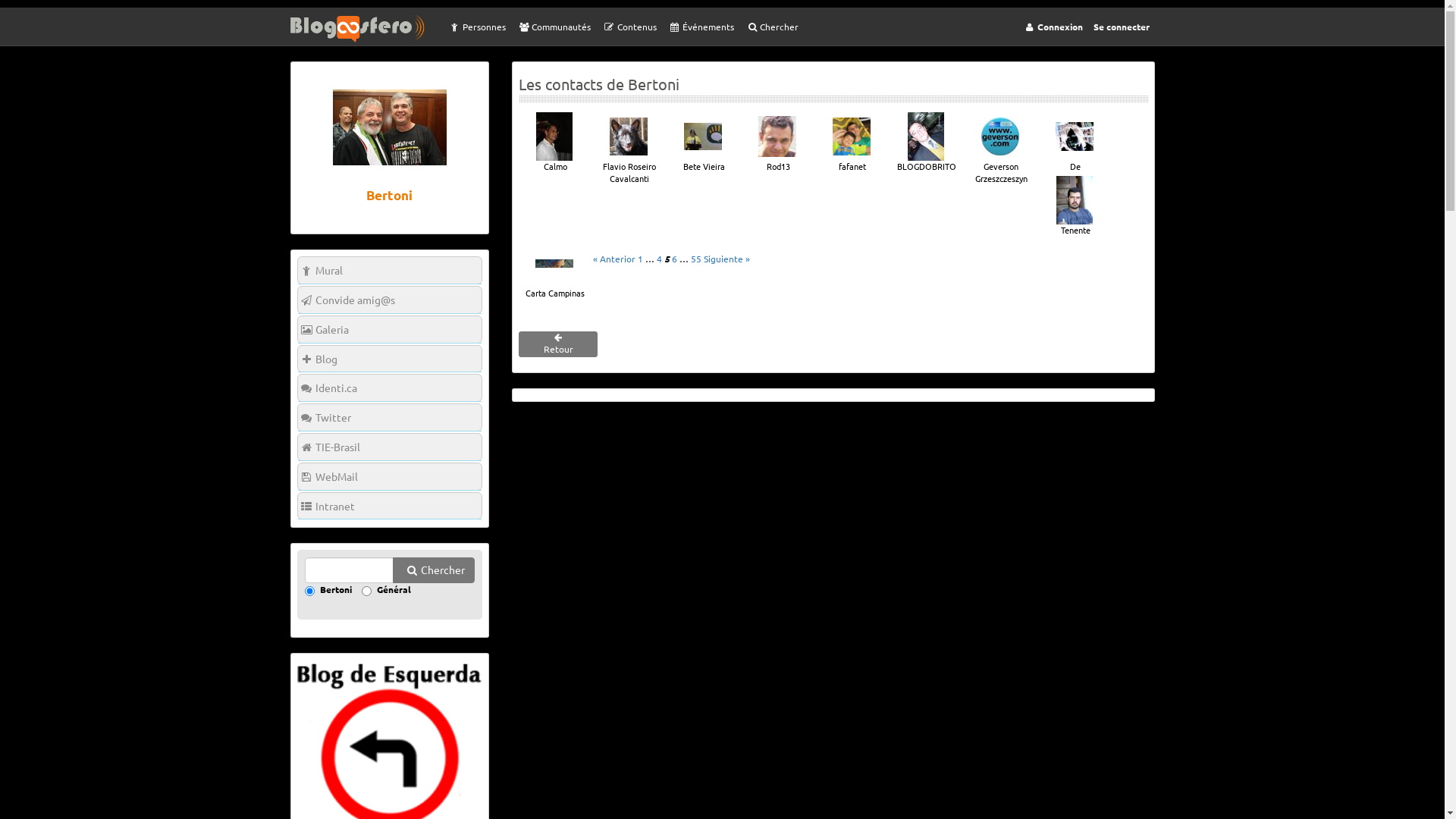  What do you see at coordinates (475, 26) in the screenshot?
I see `'Personnes'` at bounding box center [475, 26].